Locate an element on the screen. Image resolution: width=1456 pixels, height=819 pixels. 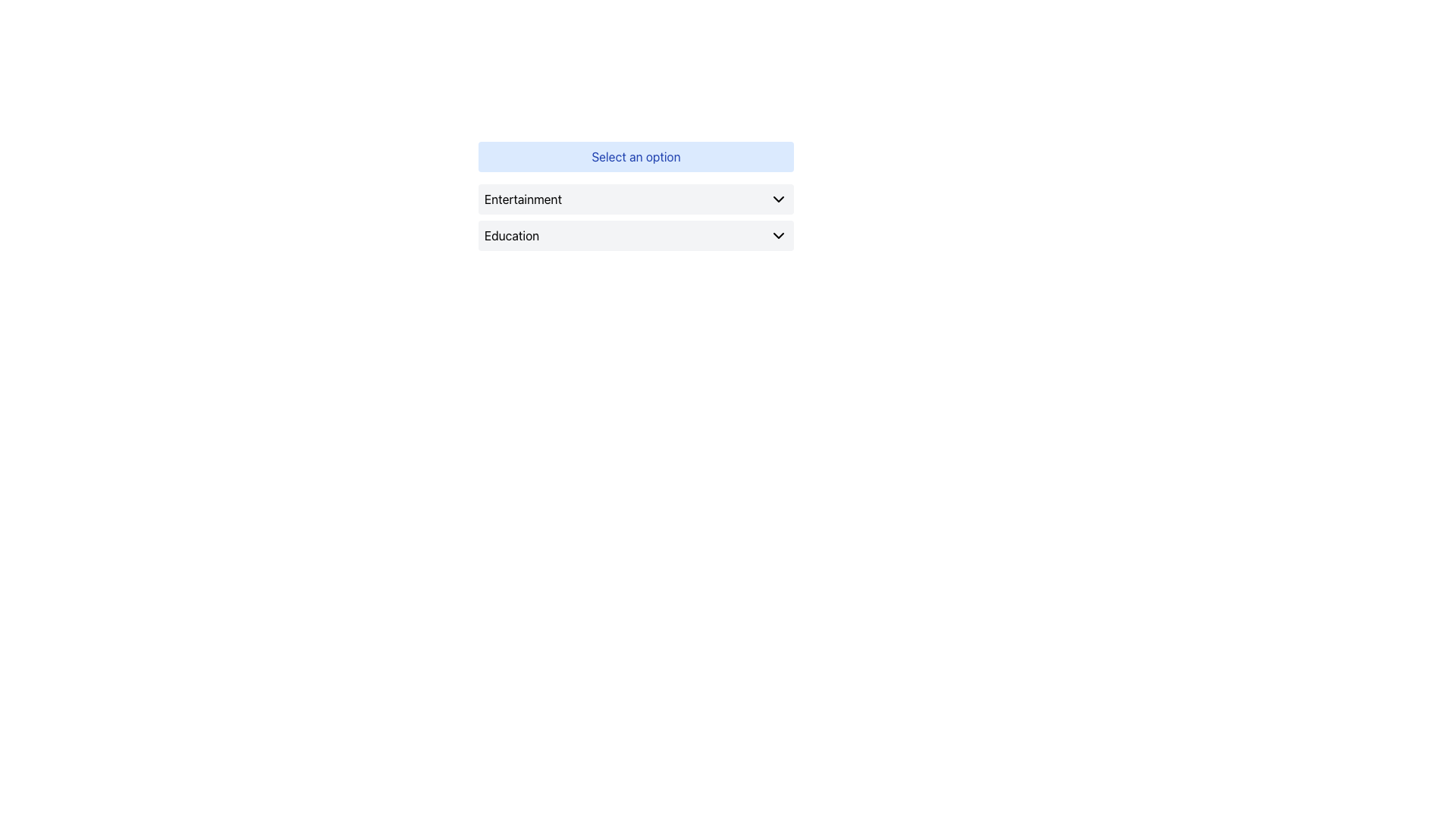
the small downward-pointing chevron icon located to the right of the text 'Entertainment' in the top option of a dropdown interface is located at coordinates (779, 198).